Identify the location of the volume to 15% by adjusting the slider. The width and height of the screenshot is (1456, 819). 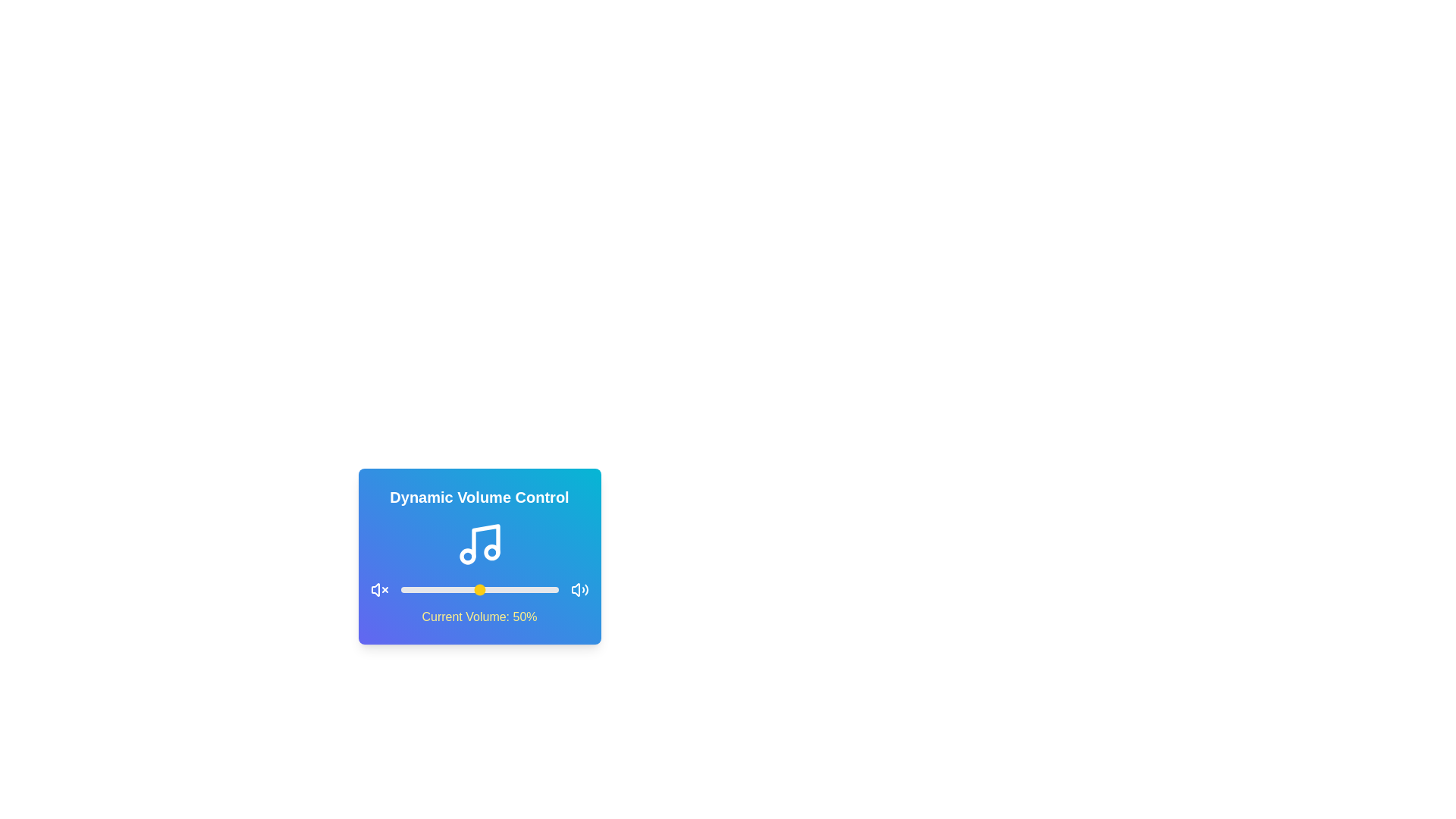
(424, 589).